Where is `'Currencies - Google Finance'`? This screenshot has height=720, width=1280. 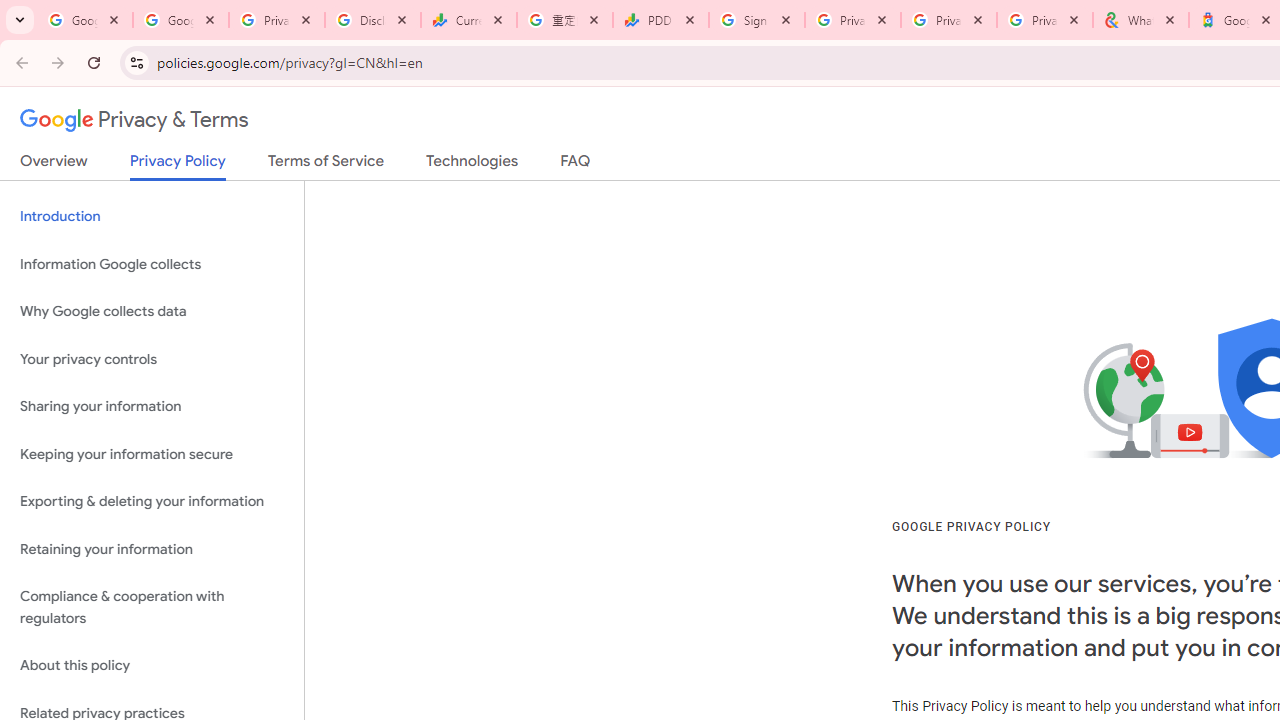 'Currencies - Google Finance' is located at coordinates (468, 20).